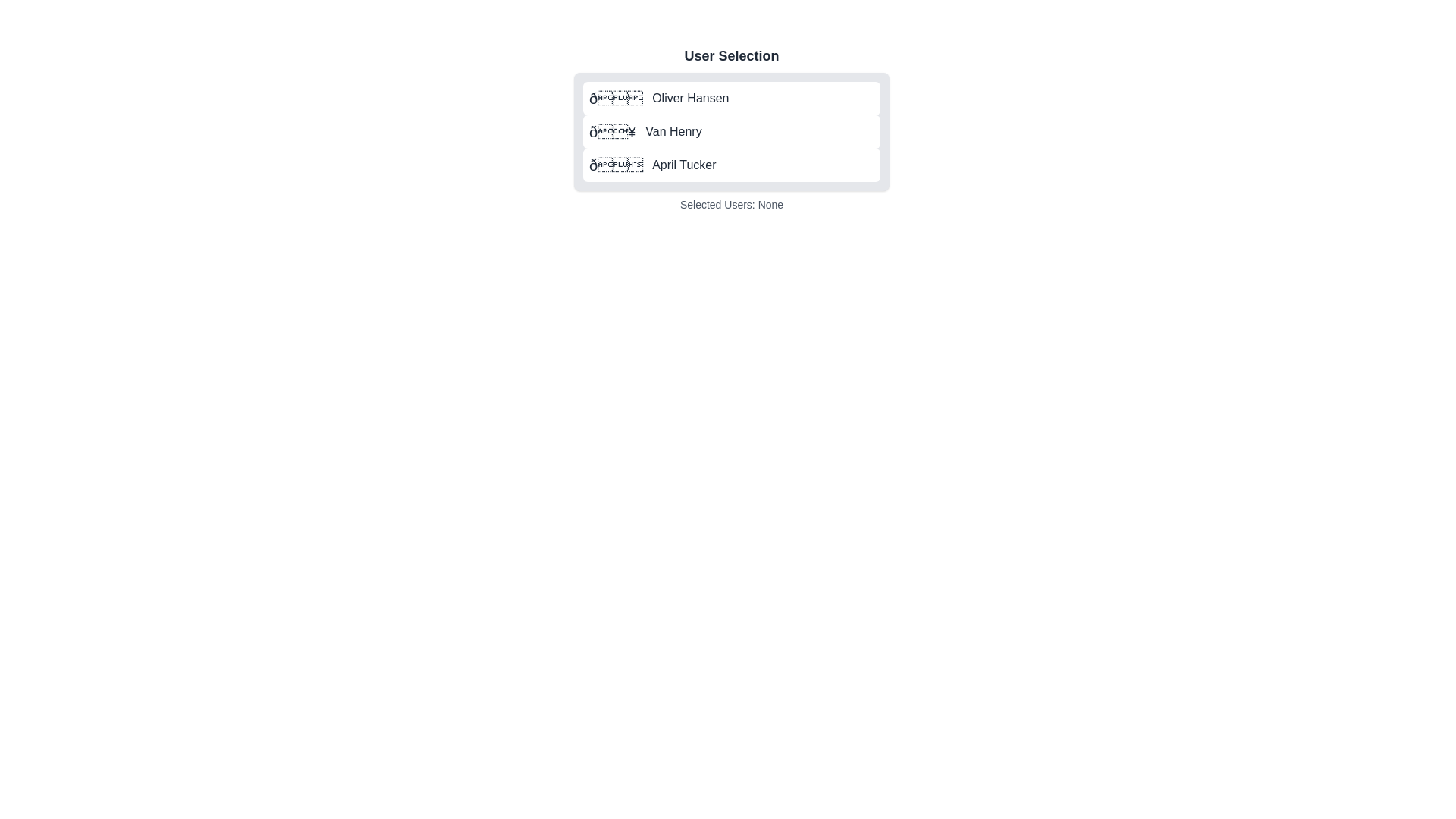 The image size is (1456, 819). I want to click on the selectable list item labeled 'Van Henry', so click(731, 130).